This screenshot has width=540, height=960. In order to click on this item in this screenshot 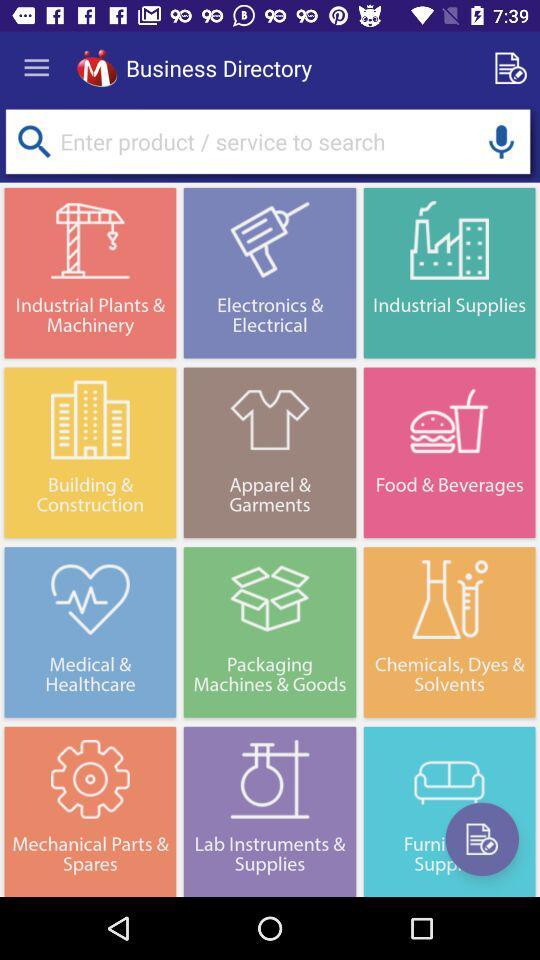, I will do `click(481, 839)`.